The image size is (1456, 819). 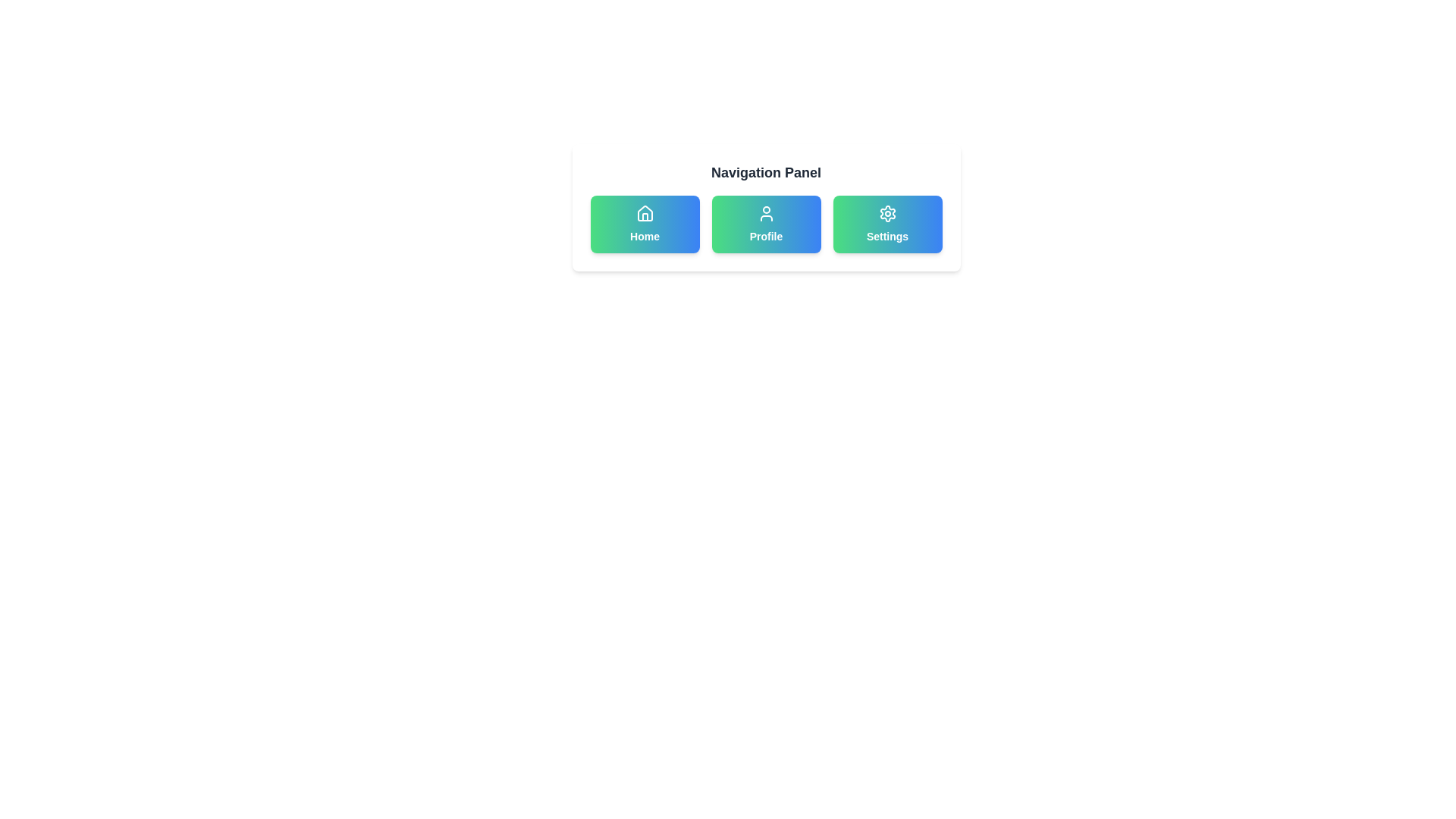 I want to click on the gear-like icon located within the 'Settings' button in the navigation panel, so click(x=887, y=213).